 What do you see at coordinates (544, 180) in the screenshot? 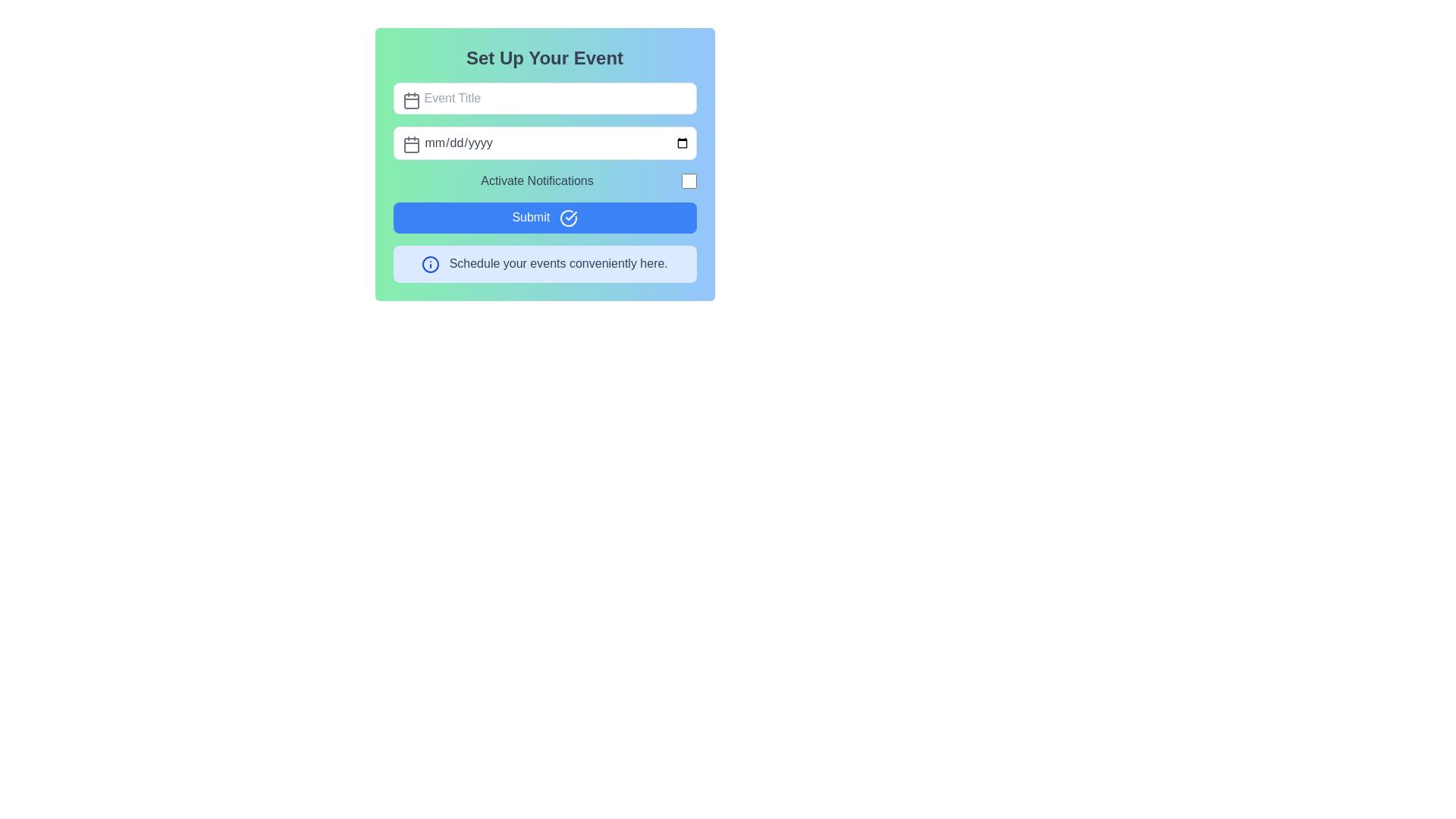
I see `the checkbox labeled 'Activate Notifications'` at bounding box center [544, 180].